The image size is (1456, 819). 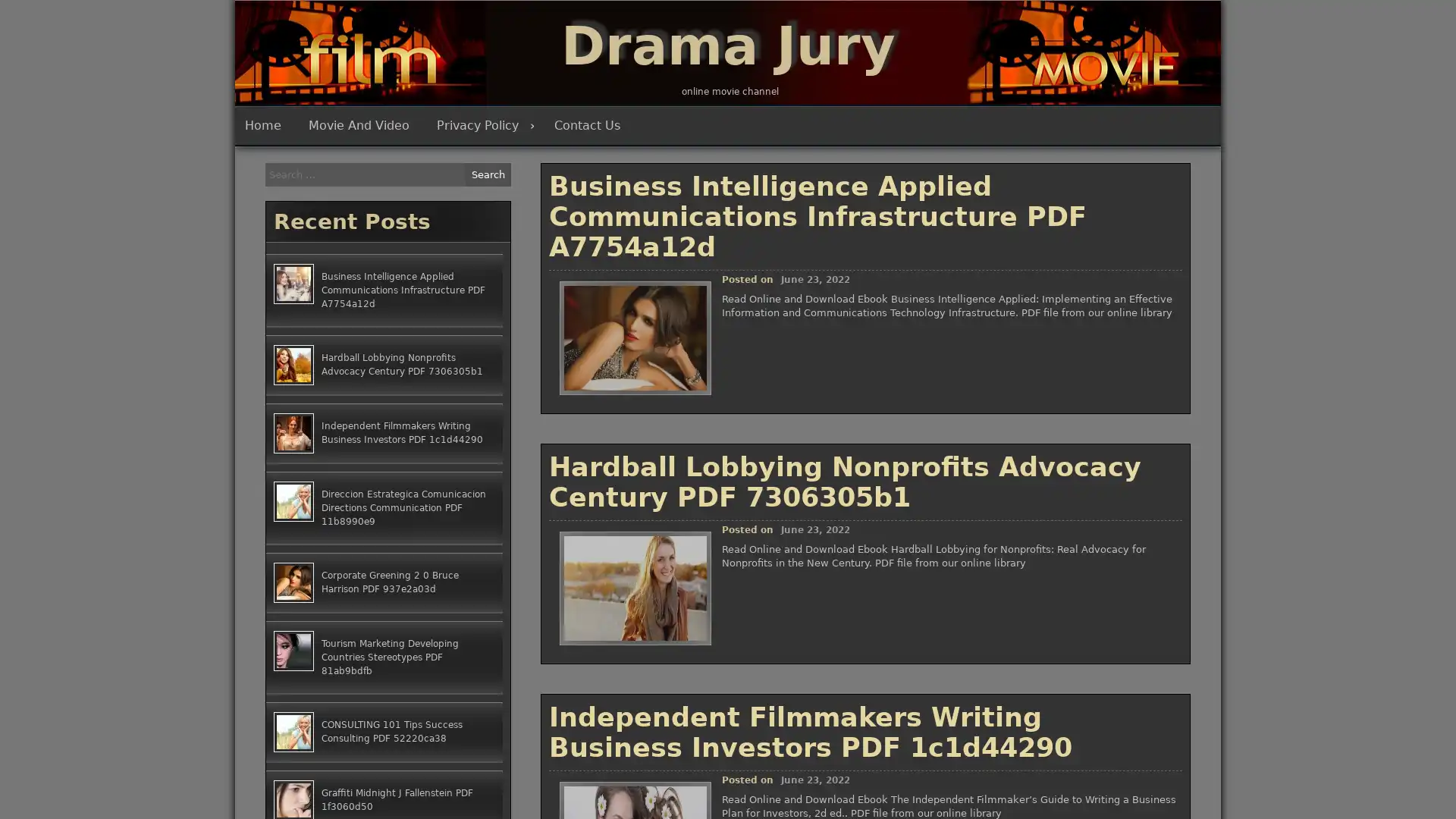 I want to click on Search, so click(x=488, y=174).